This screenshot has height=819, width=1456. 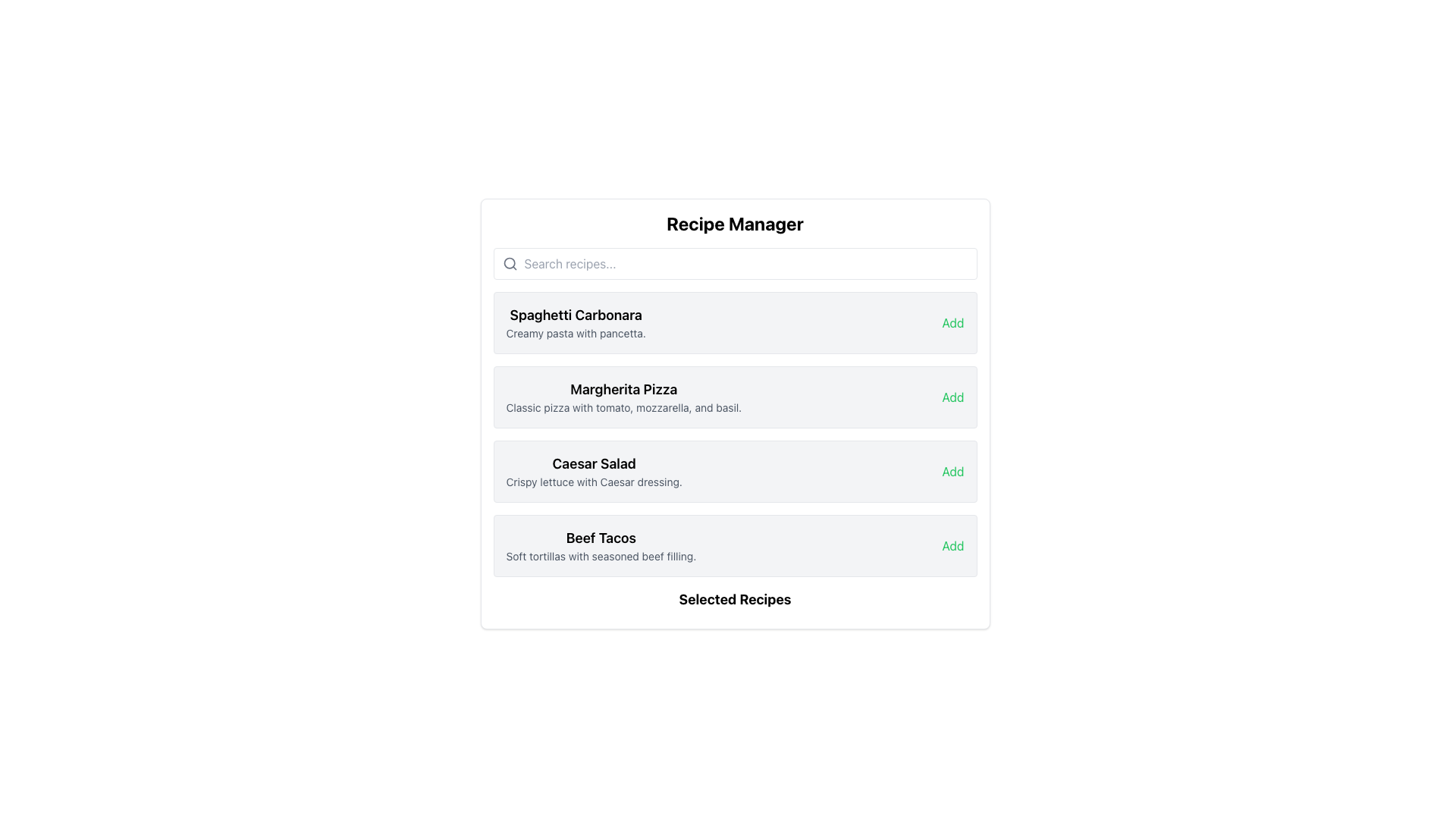 I want to click on the 'Add' button with green text, located to the right of the dish description 'Spaghetti Carbonara', so click(x=952, y=322).